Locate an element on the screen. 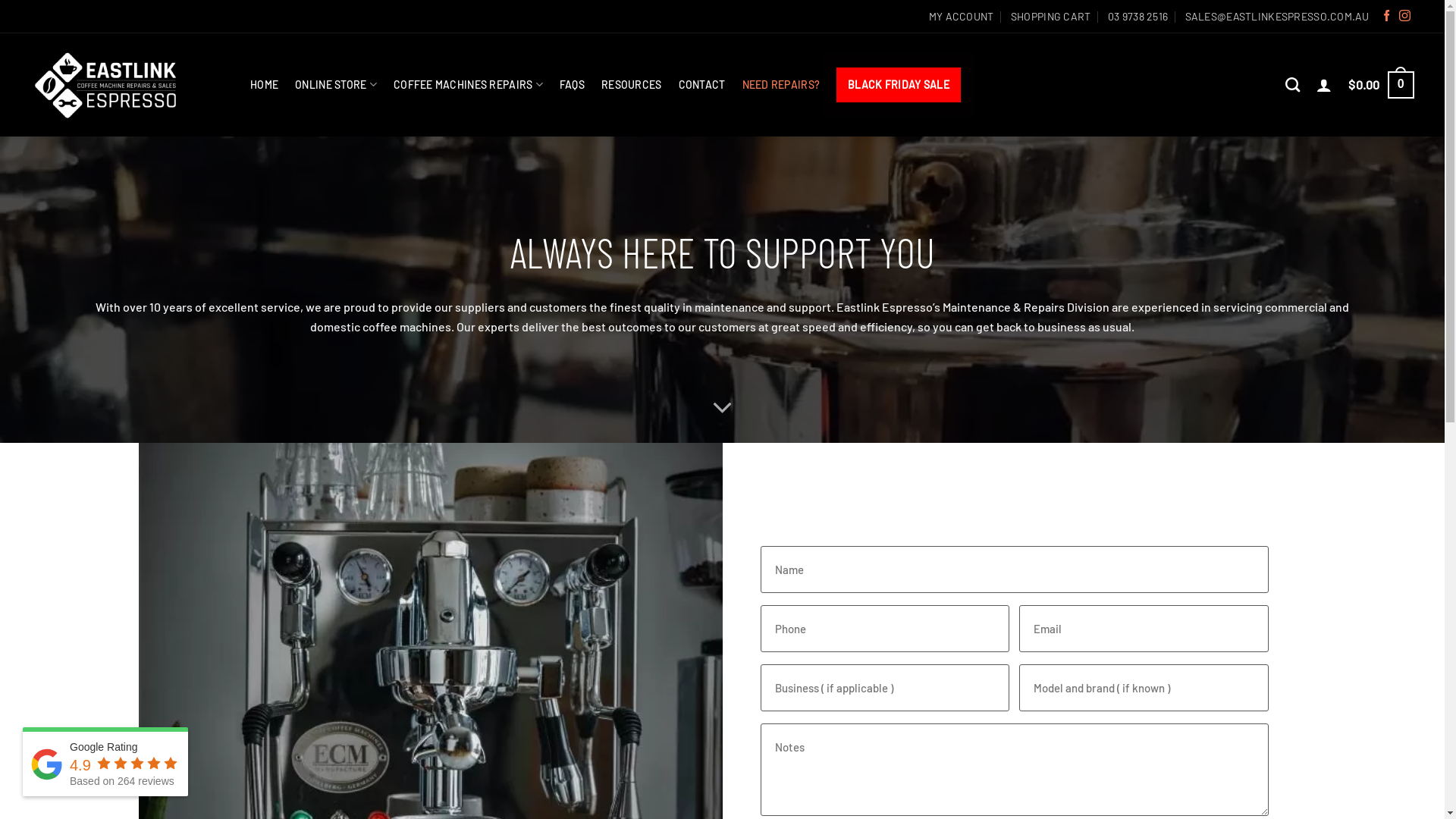 The height and width of the screenshot is (819, 1456). 'CONTACT' is located at coordinates (677, 84).